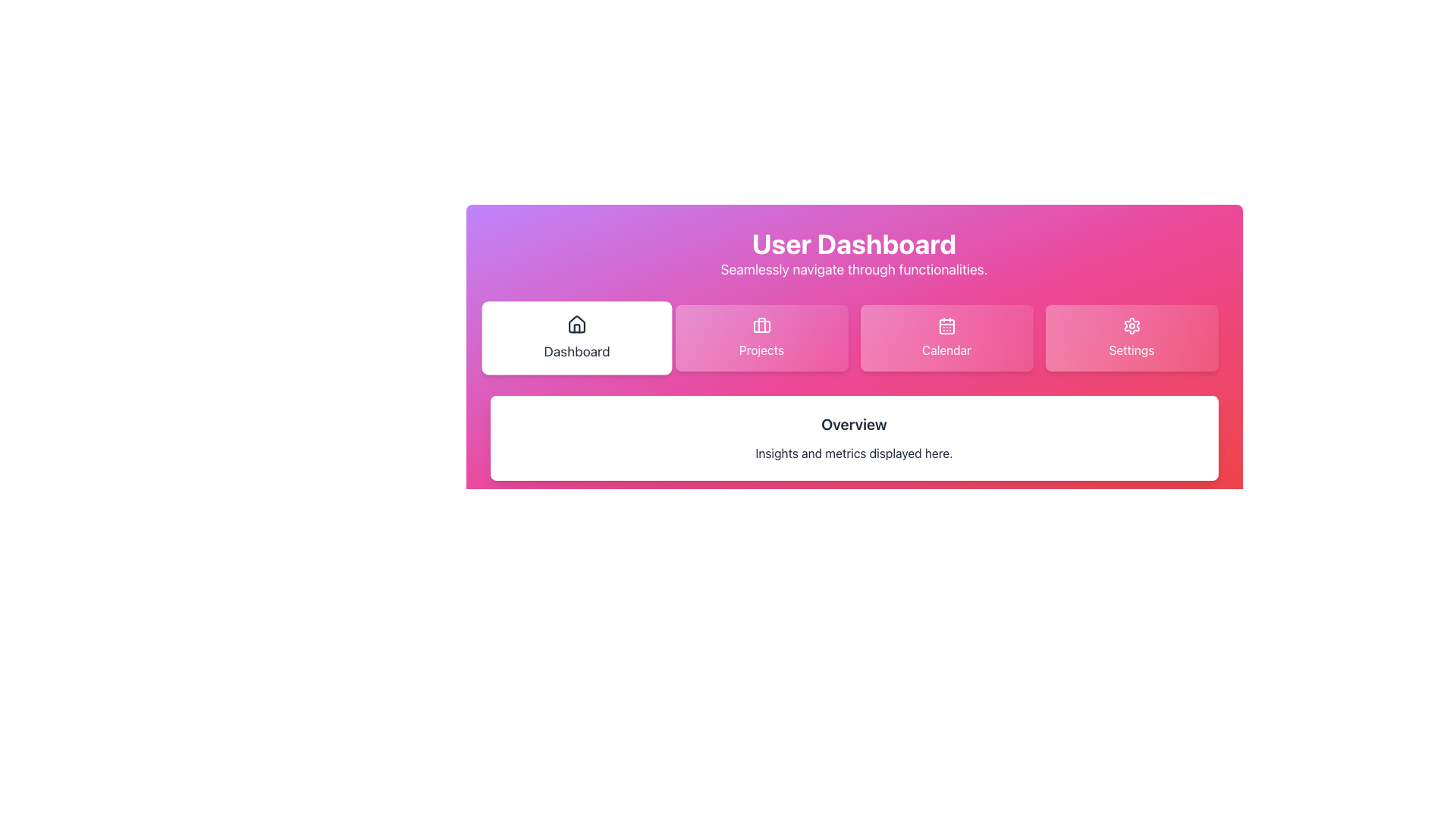 This screenshot has width=1456, height=819. I want to click on the vertical rectangular shape that forms one side of the briefcase handle in the 'Projects' button within the pink-tinted header, so click(761, 324).